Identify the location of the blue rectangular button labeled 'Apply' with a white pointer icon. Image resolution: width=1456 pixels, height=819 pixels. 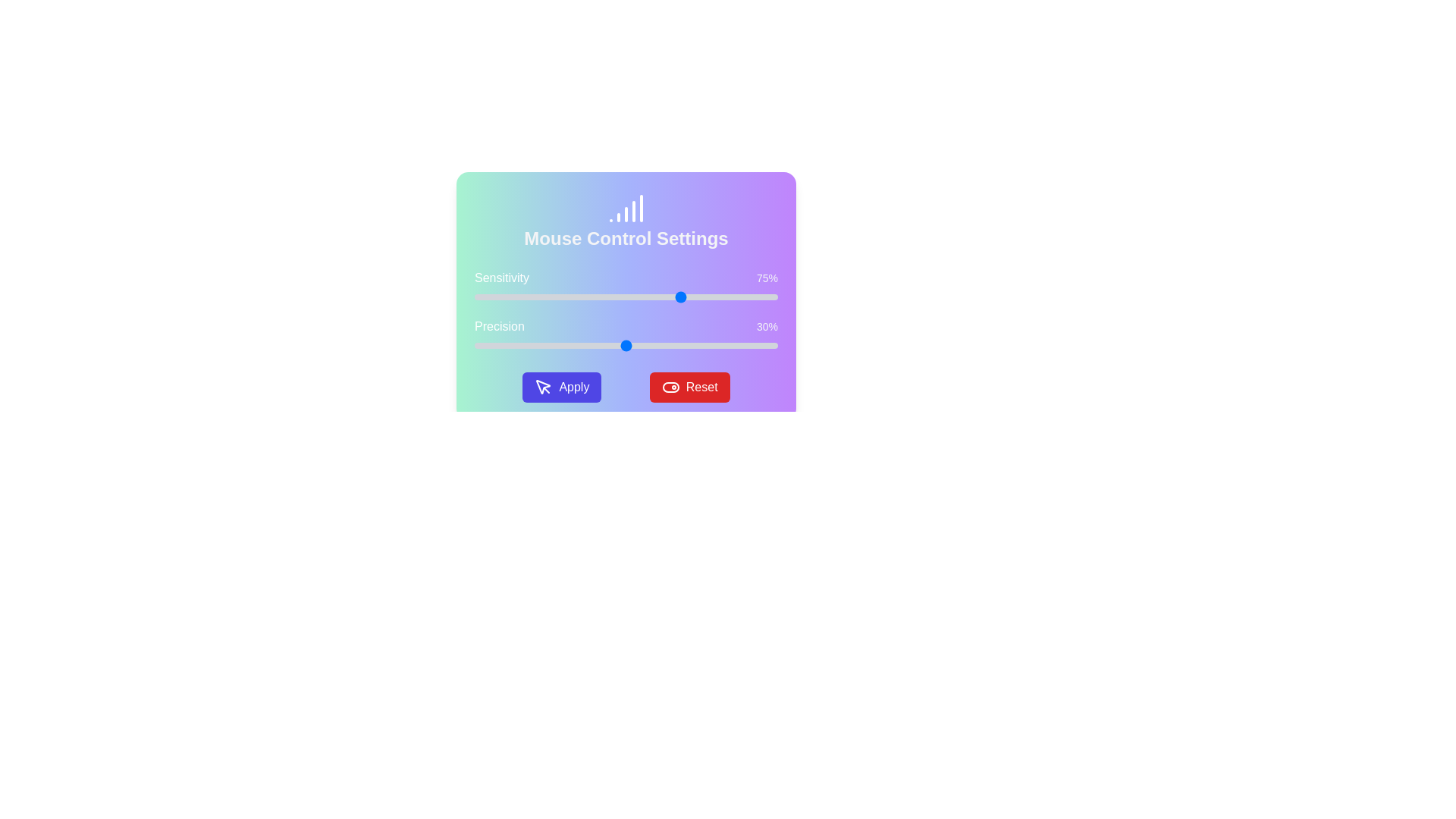
(561, 386).